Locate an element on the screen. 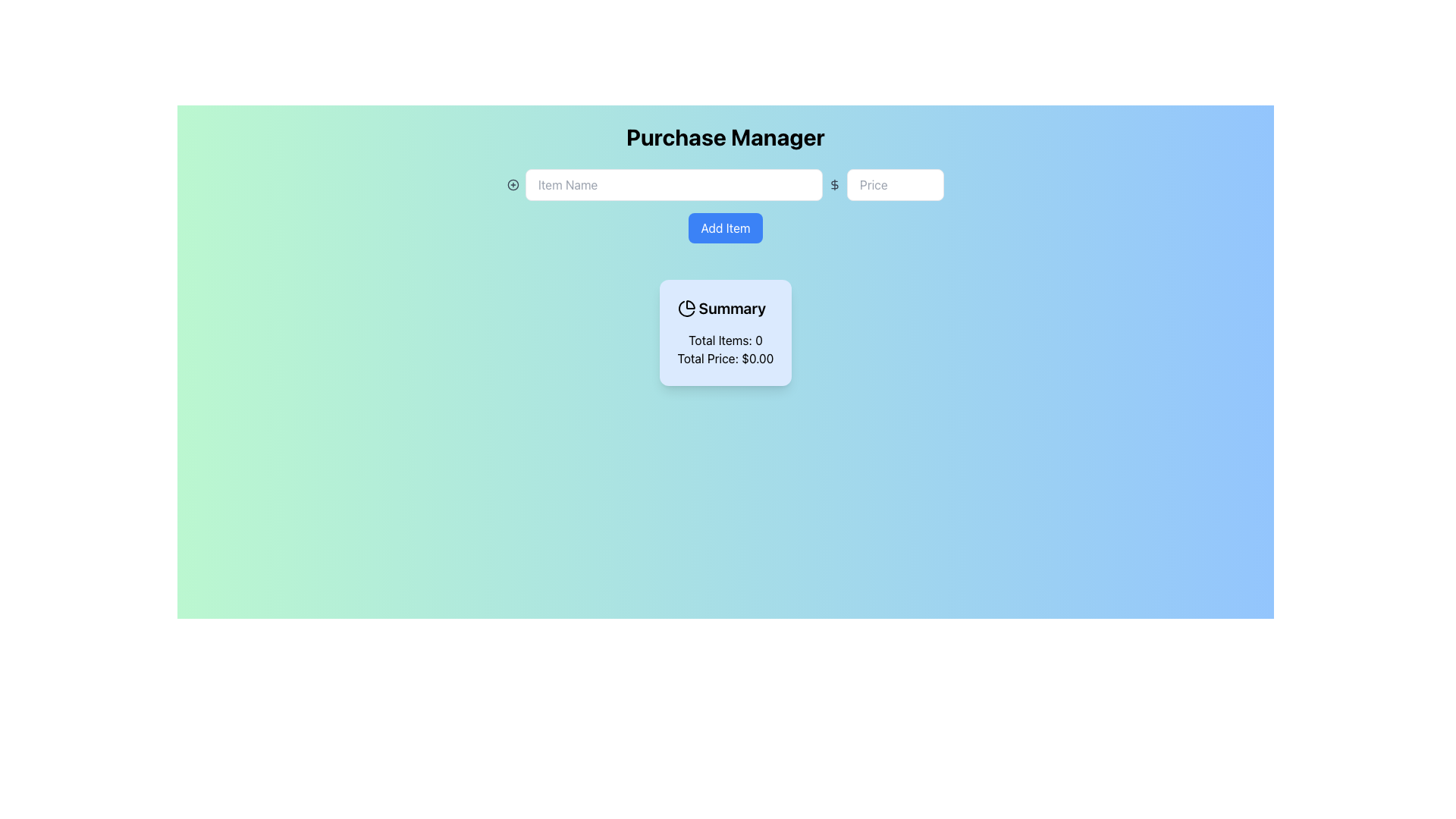  the dollar sign icon, which is styled in gray color and positioned immediately to the left of the 'Price' input field is located at coordinates (834, 184).